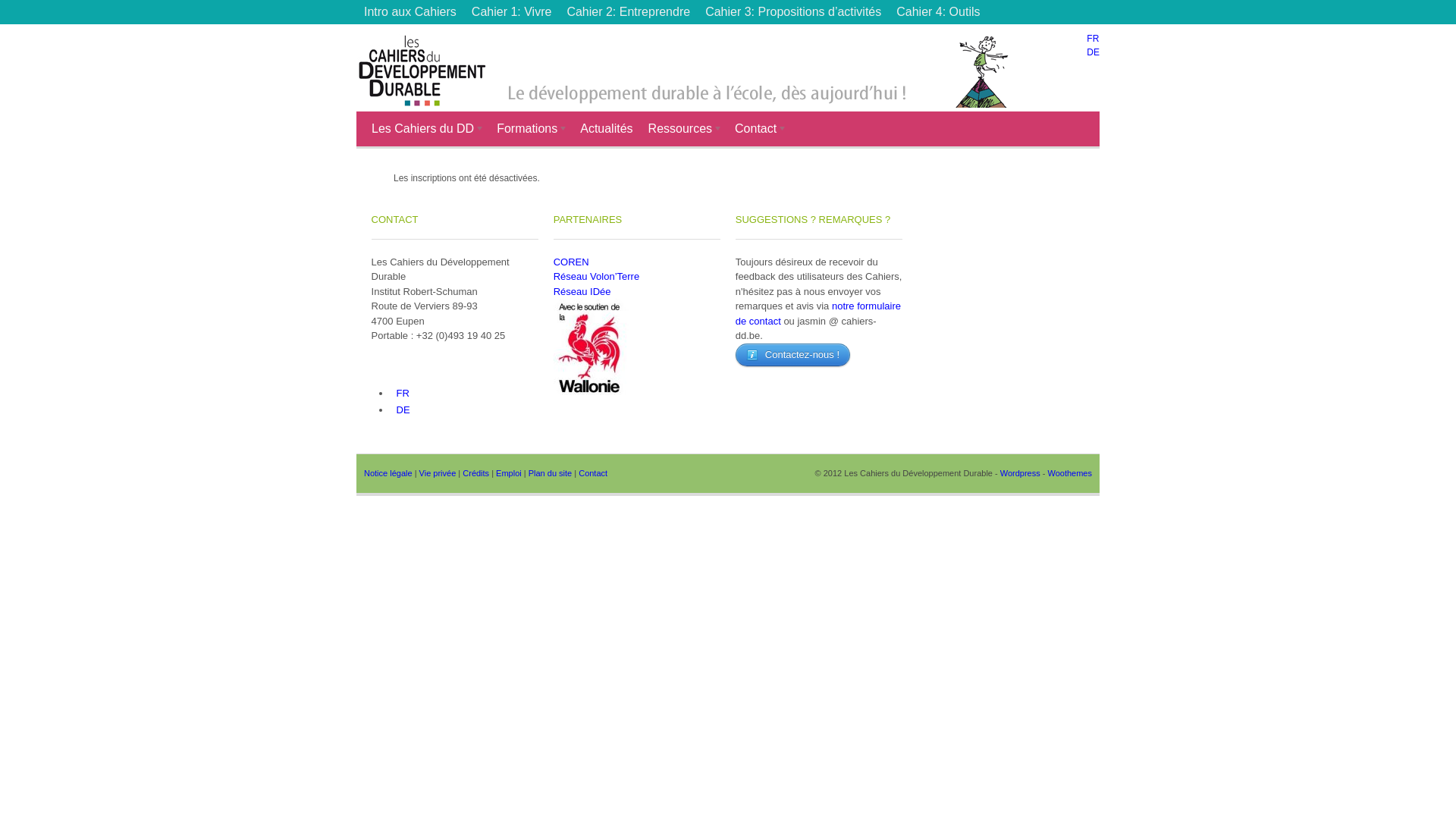  What do you see at coordinates (410, 11) in the screenshot?
I see `'Intro aux Cahiers'` at bounding box center [410, 11].